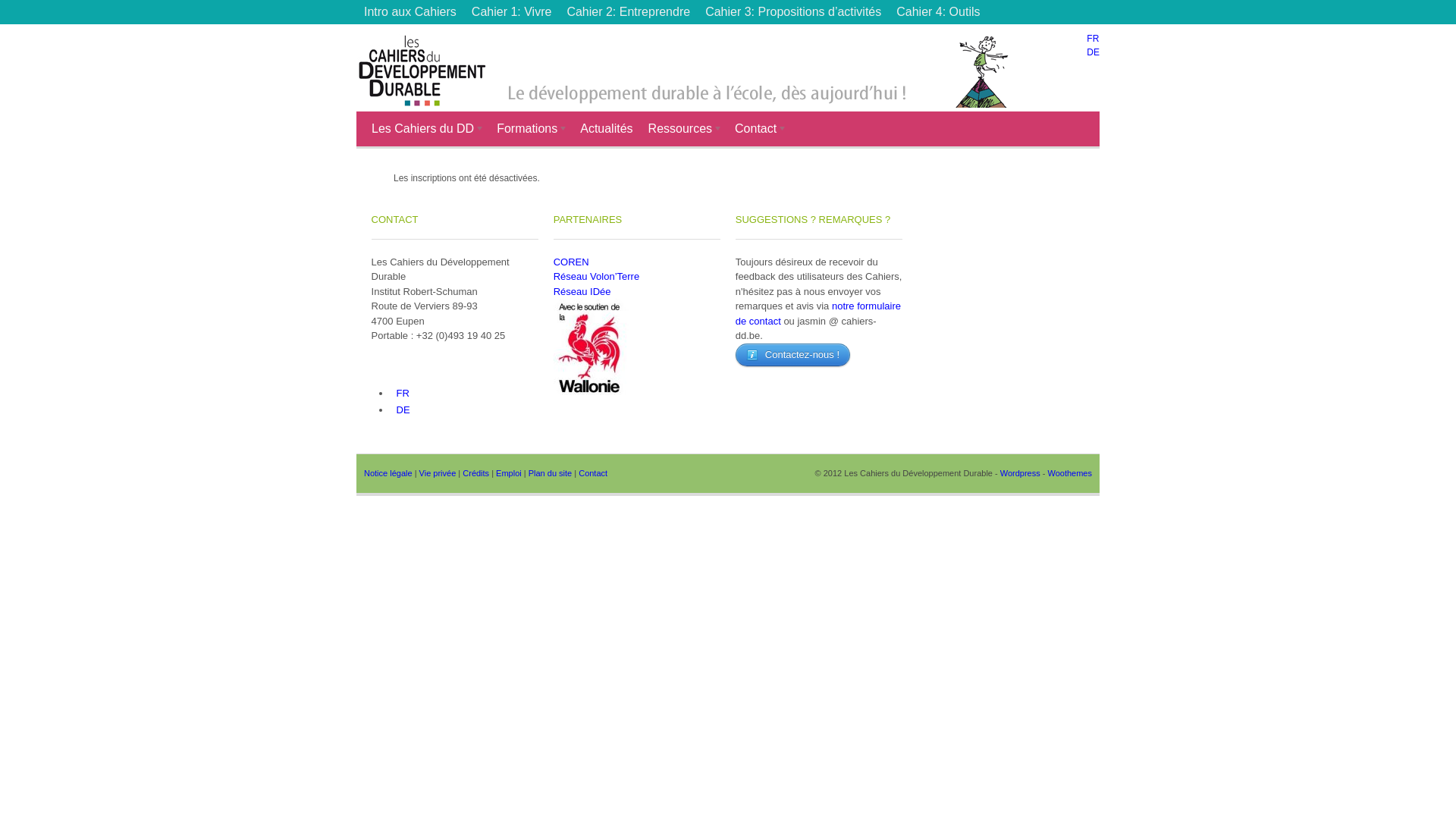  What do you see at coordinates (410, 11) in the screenshot?
I see `'Intro aux Cahiers'` at bounding box center [410, 11].